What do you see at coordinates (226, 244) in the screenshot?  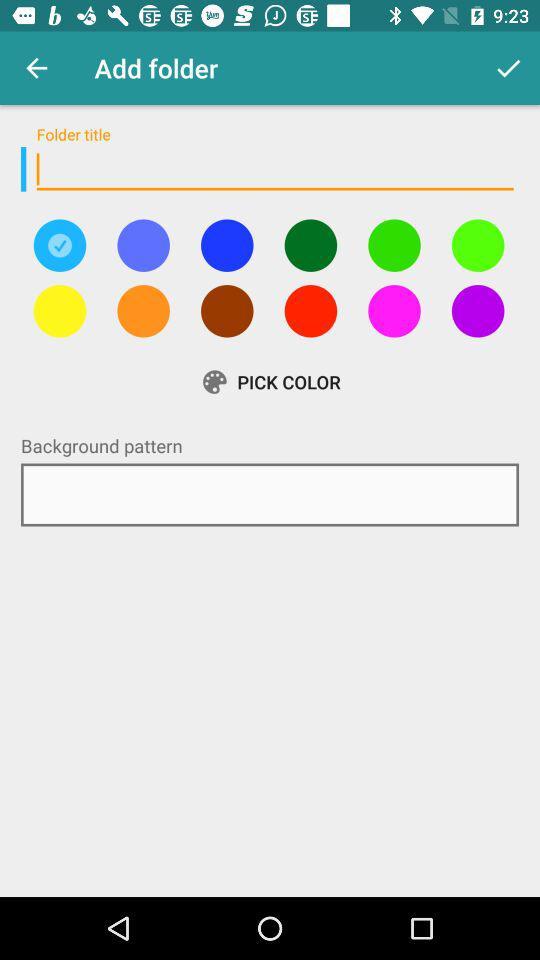 I see `the blue colour` at bounding box center [226, 244].